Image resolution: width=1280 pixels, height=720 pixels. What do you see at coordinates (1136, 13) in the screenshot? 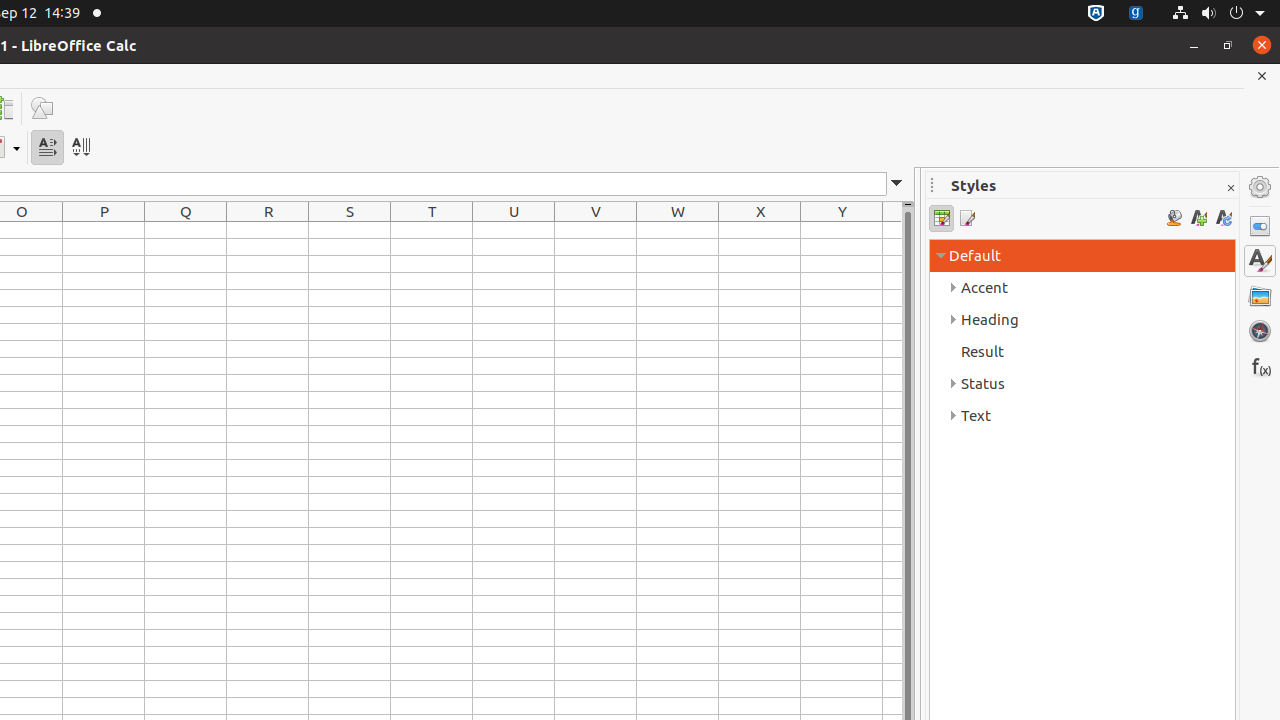
I see `':1.21/StatusNotifierItem'` at bounding box center [1136, 13].